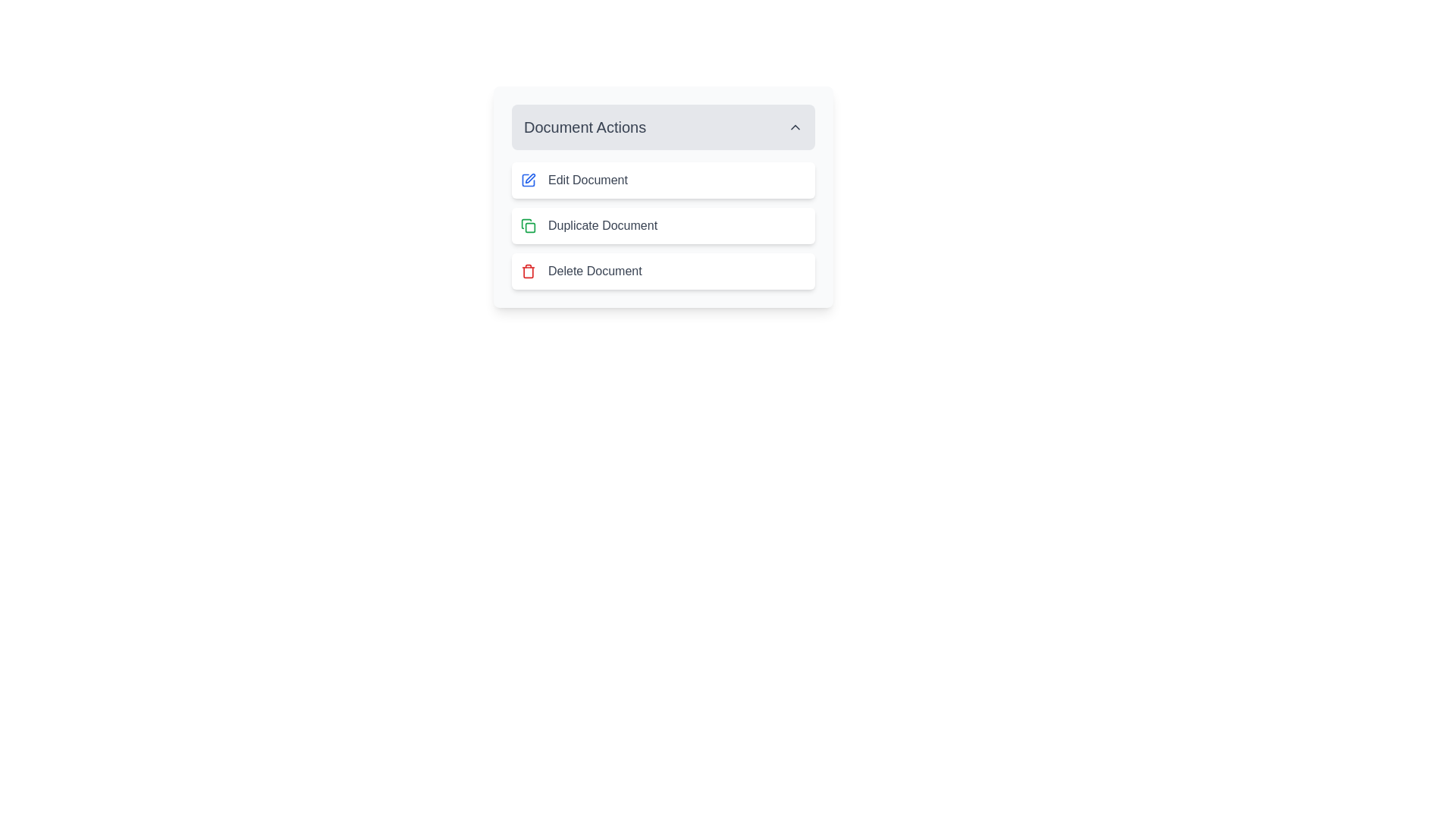 Image resolution: width=1456 pixels, height=819 pixels. What do you see at coordinates (530, 227) in the screenshot?
I see `the square shape with rounded corners located at the bottom-right corner of the duplicate document action icon within the Document Actions interface` at bounding box center [530, 227].